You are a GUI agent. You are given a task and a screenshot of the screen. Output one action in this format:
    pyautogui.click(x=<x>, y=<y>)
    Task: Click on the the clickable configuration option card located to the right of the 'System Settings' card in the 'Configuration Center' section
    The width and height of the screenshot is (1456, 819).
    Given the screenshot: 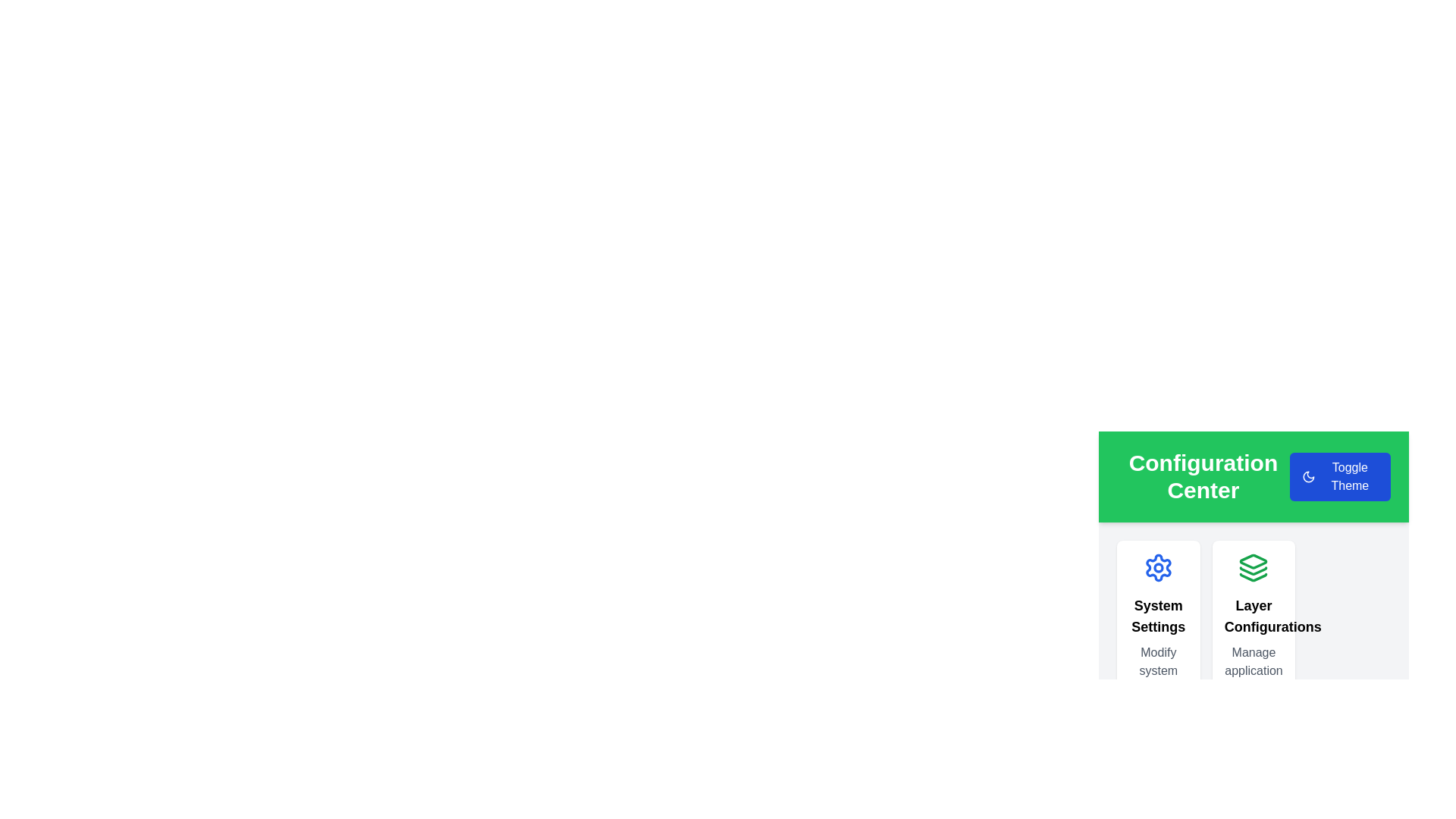 What is the action you would take?
    pyautogui.click(x=1254, y=546)
    